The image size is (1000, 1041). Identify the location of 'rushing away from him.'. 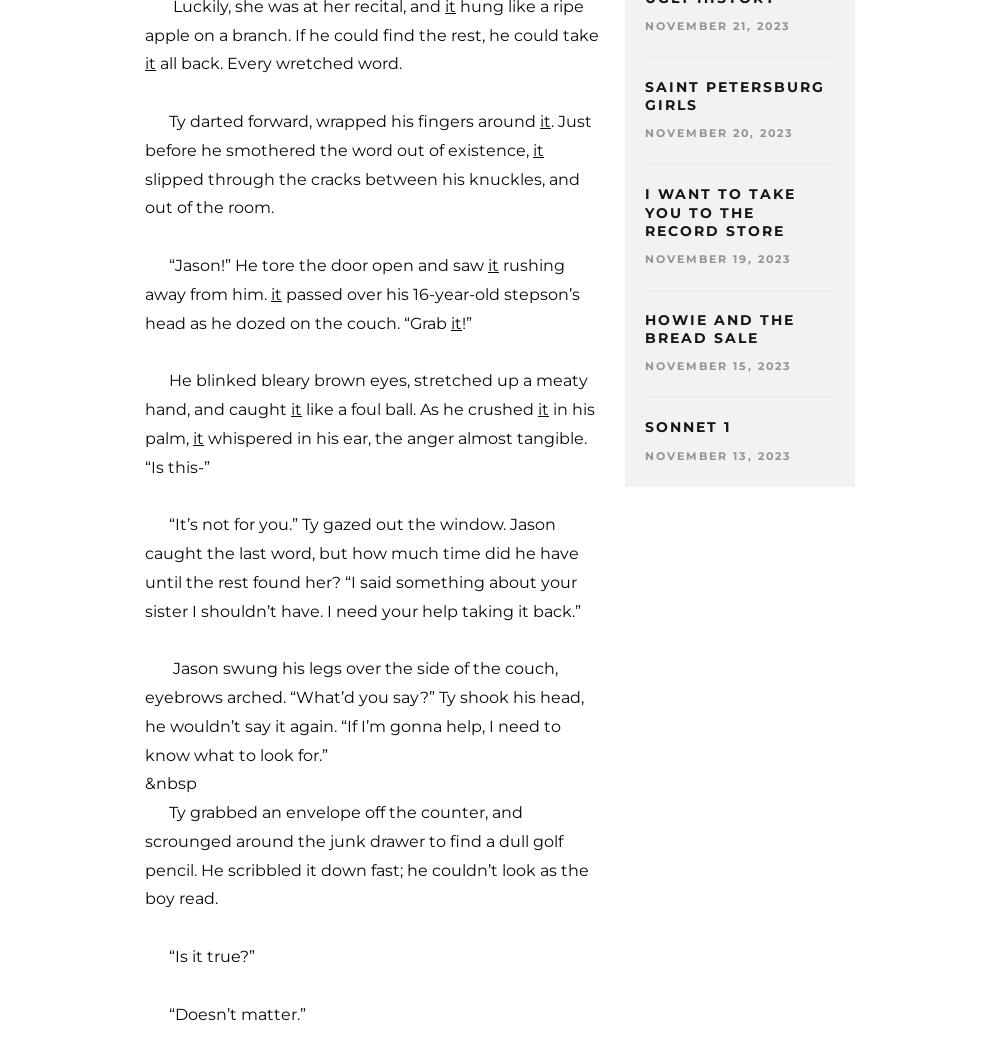
(145, 277).